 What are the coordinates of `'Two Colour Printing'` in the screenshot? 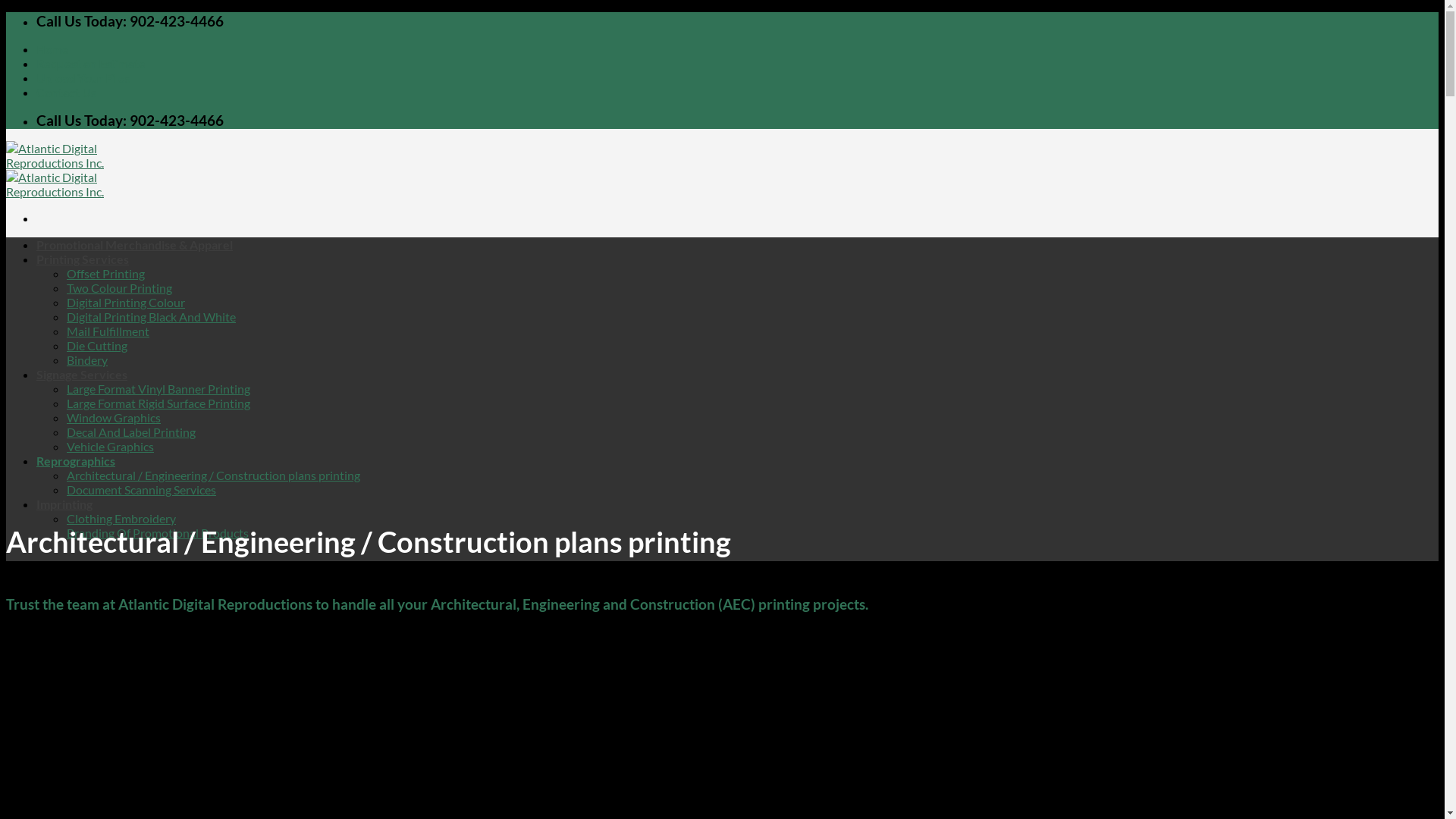 It's located at (118, 287).